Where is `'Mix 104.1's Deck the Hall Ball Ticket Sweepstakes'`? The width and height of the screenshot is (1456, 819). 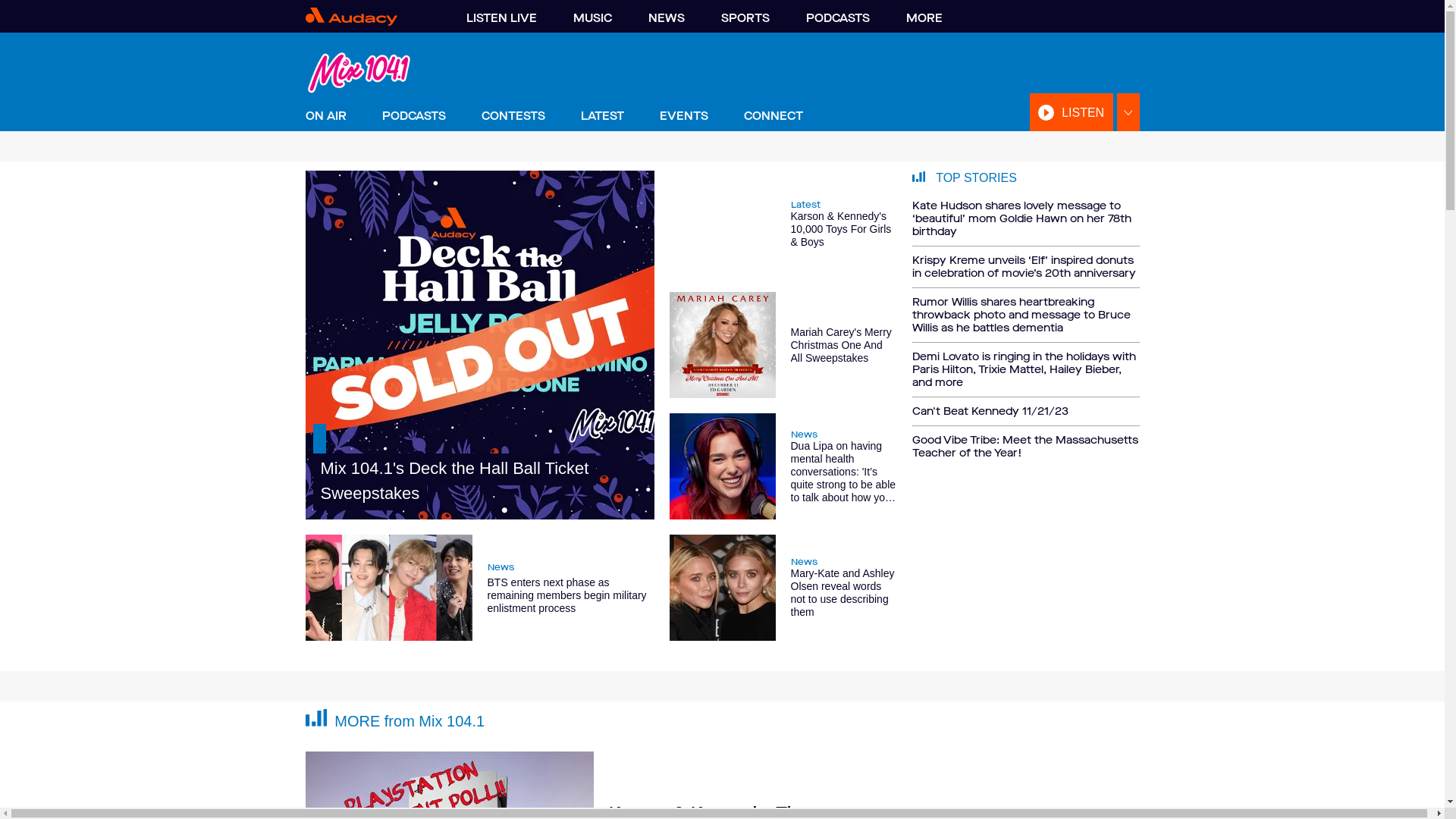 'Mix 104.1's Deck the Hall Ball Ticket Sweepstakes' is located at coordinates (479, 345).